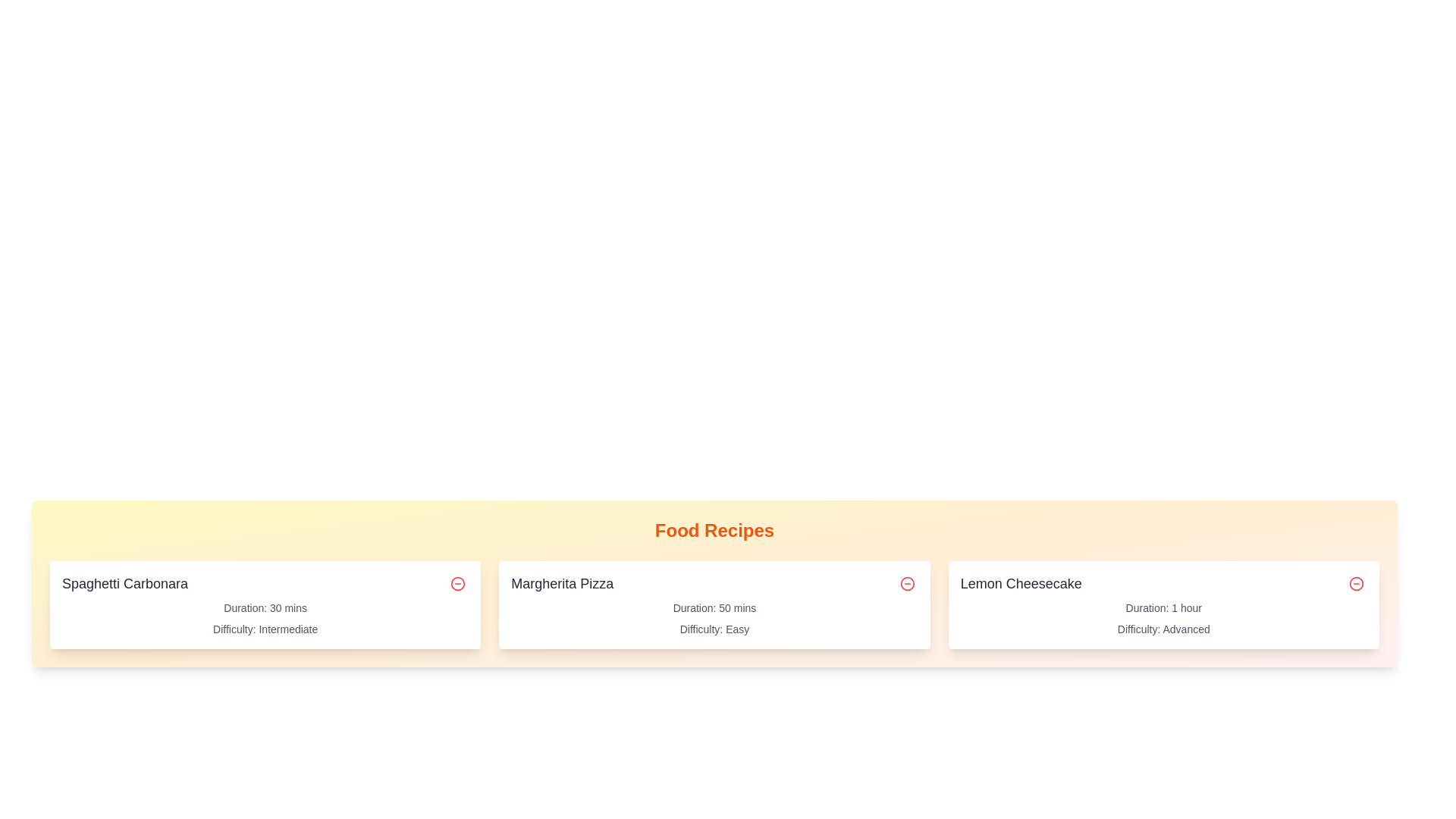 The image size is (1456, 819). What do you see at coordinates (907, 583) in the screenshot?
I see `the circular remove button icon with a red border and minus symbol located in the top-right corner of the second card in the 'Food Recipes' section` at bounding box center [907, 583].